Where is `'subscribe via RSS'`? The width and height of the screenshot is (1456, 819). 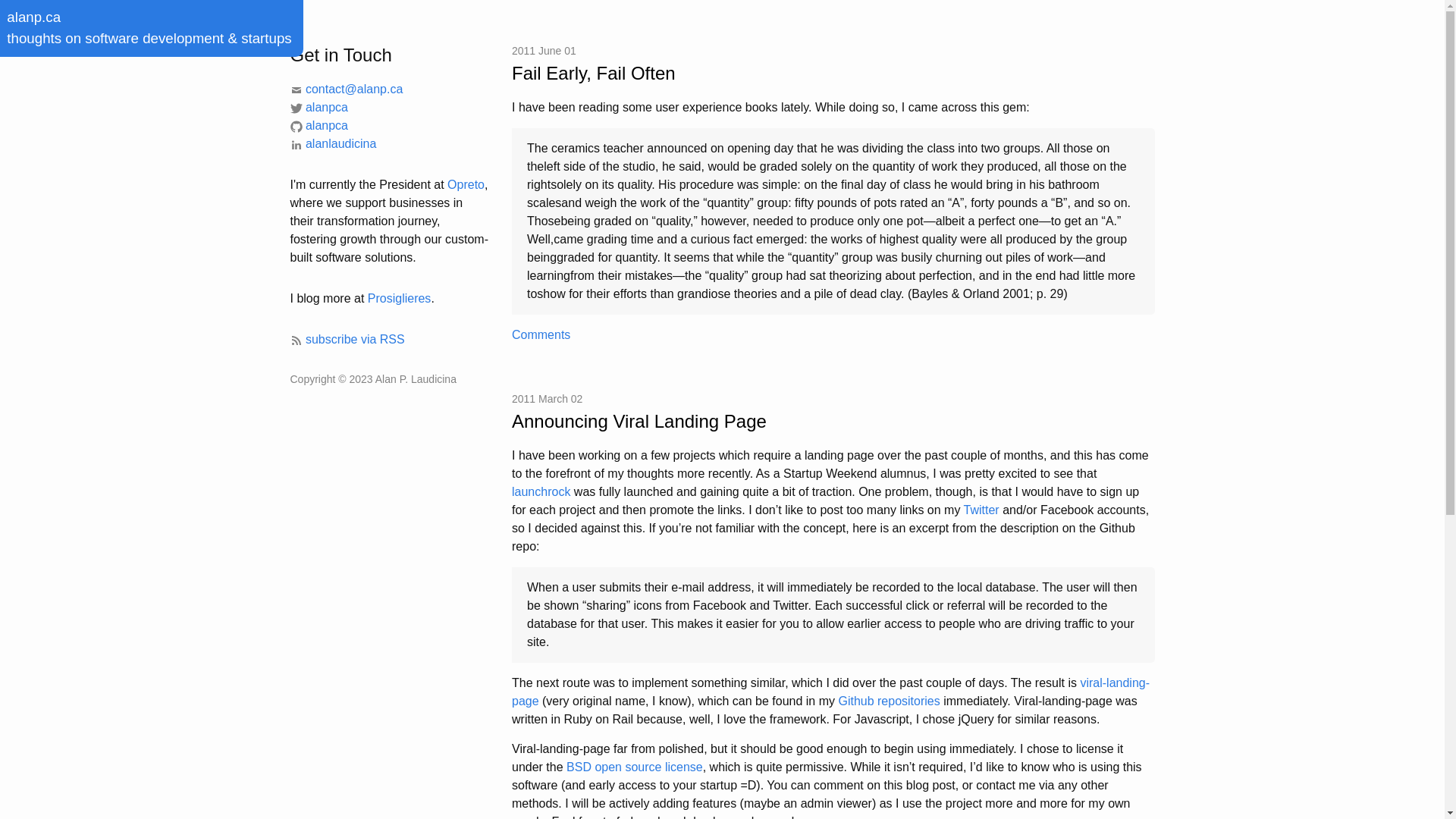
'subscribe via RSS' is located at coordinates (346, 338).